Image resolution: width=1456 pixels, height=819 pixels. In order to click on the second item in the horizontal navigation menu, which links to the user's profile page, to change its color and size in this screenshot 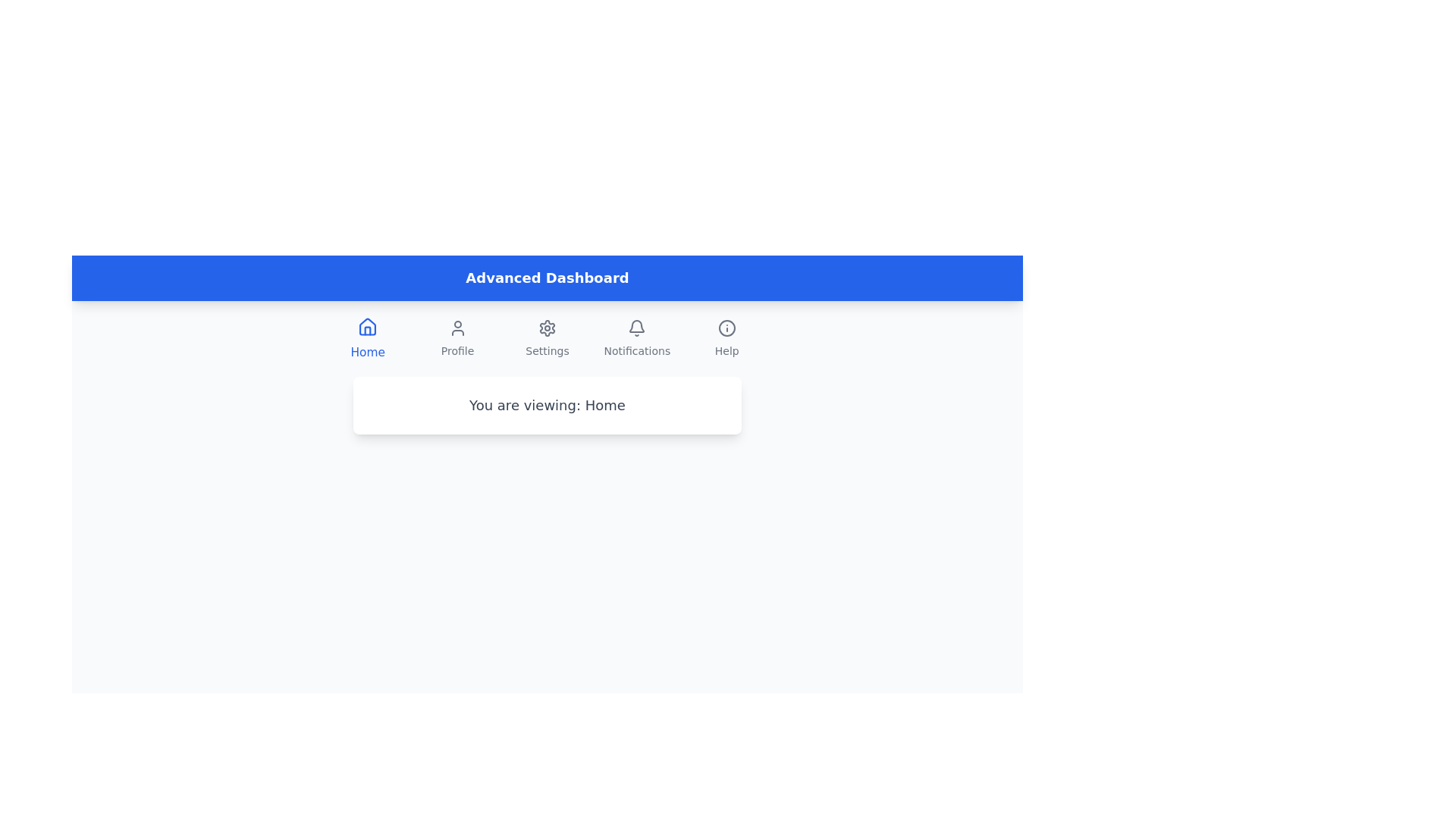, I will do `click(457, 338)`.